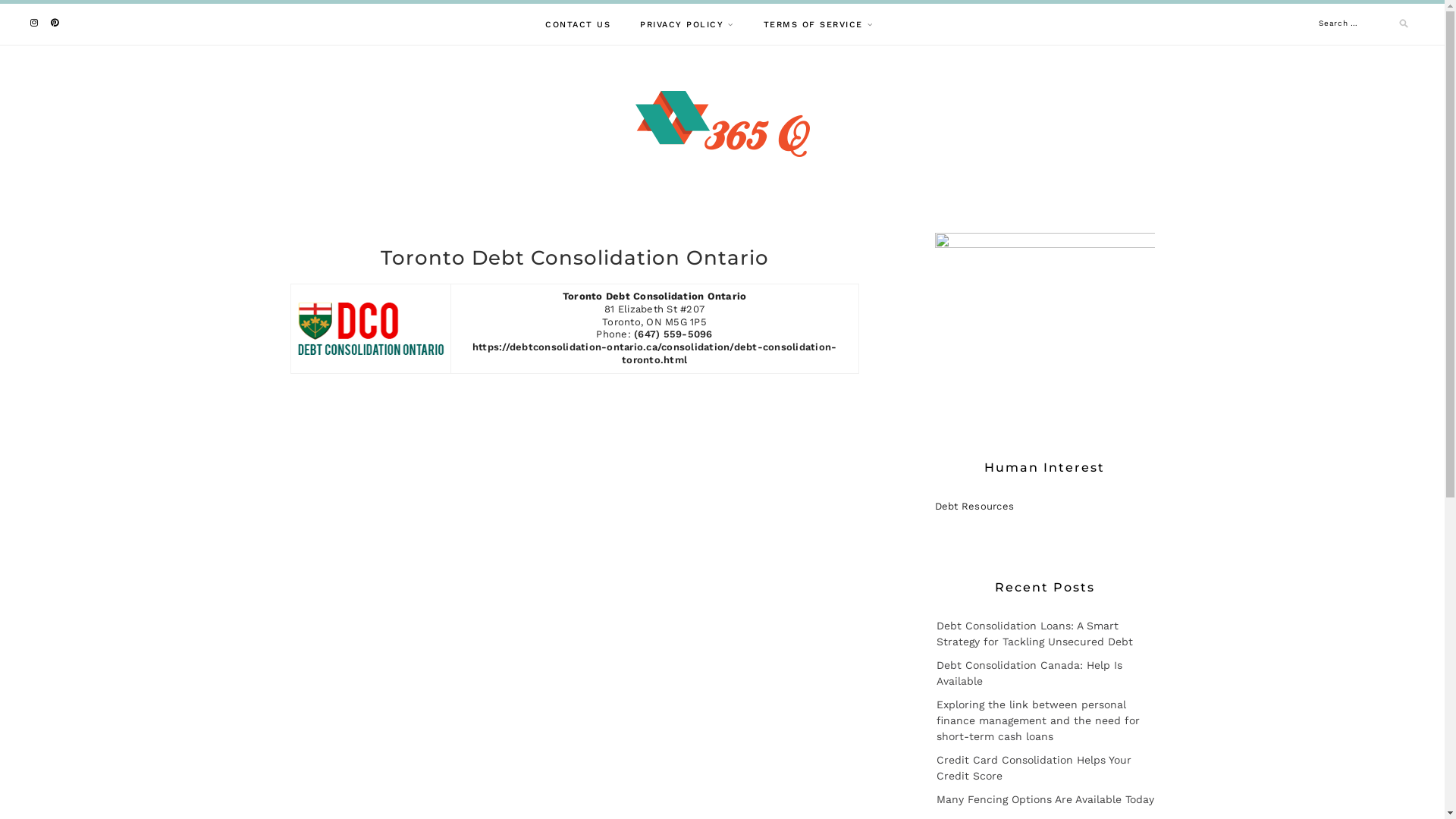 This screenshot has width=1456, height=819. I want to click on 'Debt Consolidation Canada: Help Is Available', so click(1028, 672).